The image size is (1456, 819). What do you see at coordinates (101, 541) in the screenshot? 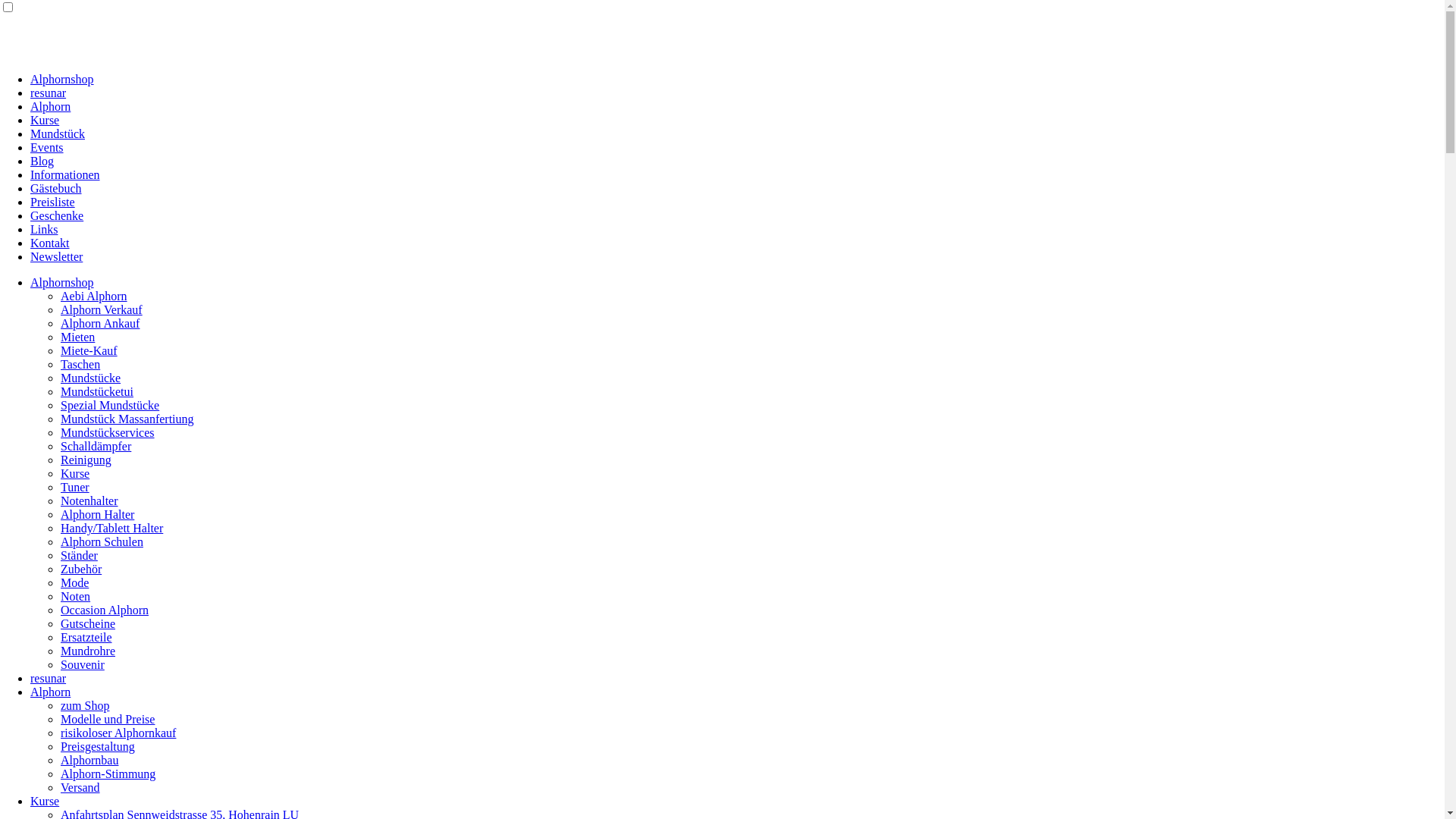
I see `'Alphorn Schulen'` at bounding box center [101, 541].